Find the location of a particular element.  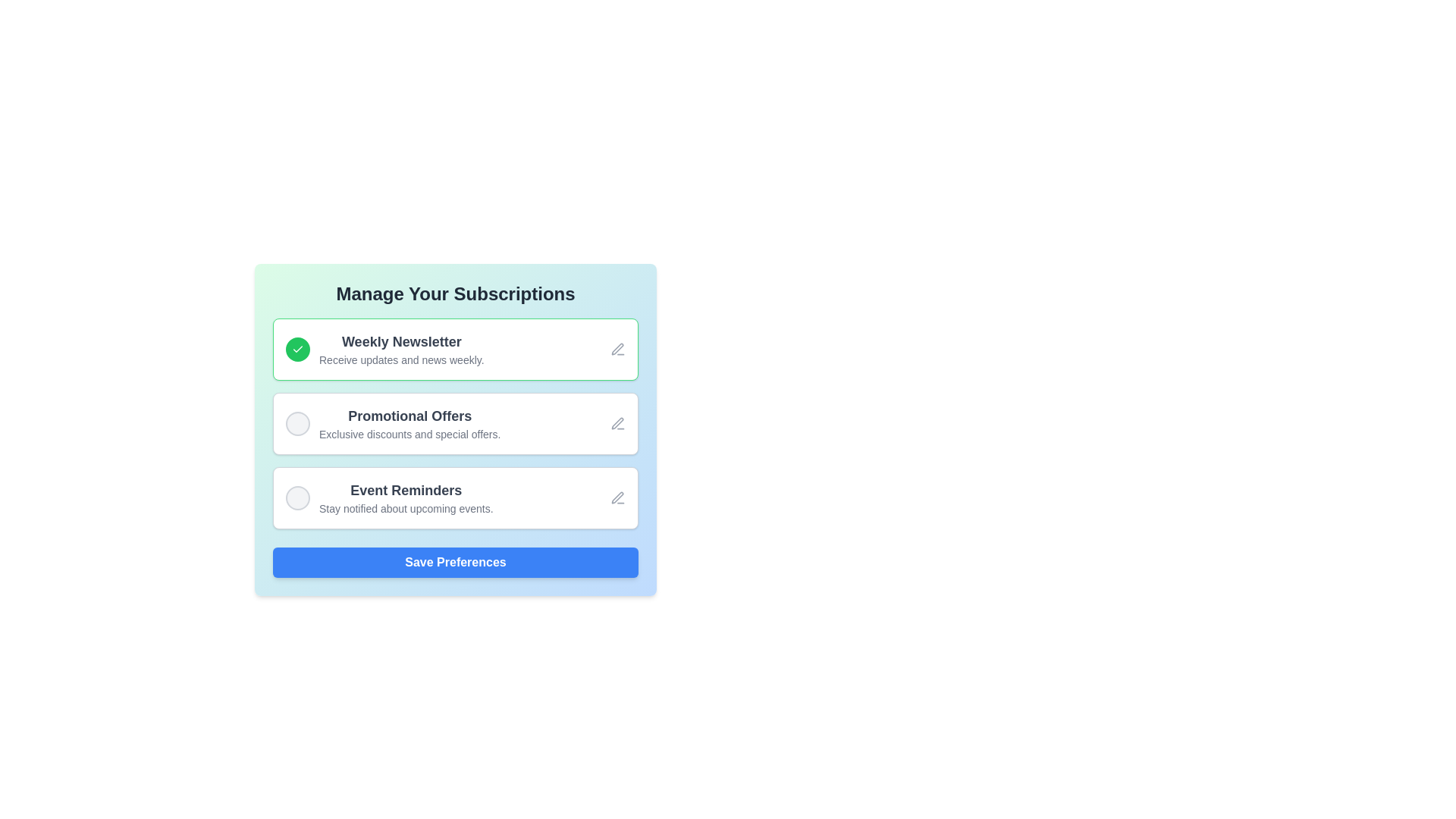

the associated icon of the second list item in the subscription options, which is related to promotional offers is located at coordinates (393, 424).